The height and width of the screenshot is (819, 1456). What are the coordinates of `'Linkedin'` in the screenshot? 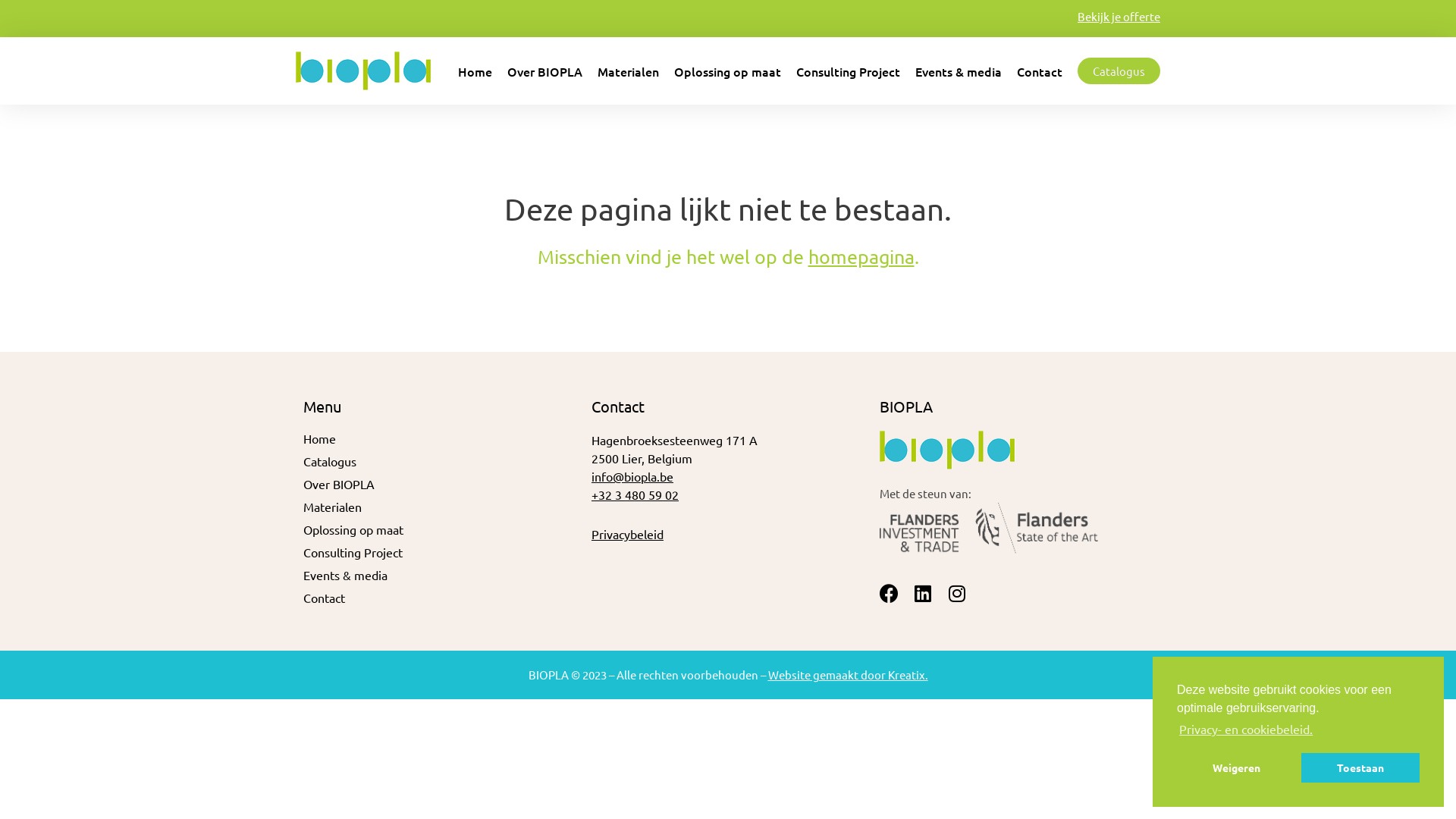 It's located at (922, 592).